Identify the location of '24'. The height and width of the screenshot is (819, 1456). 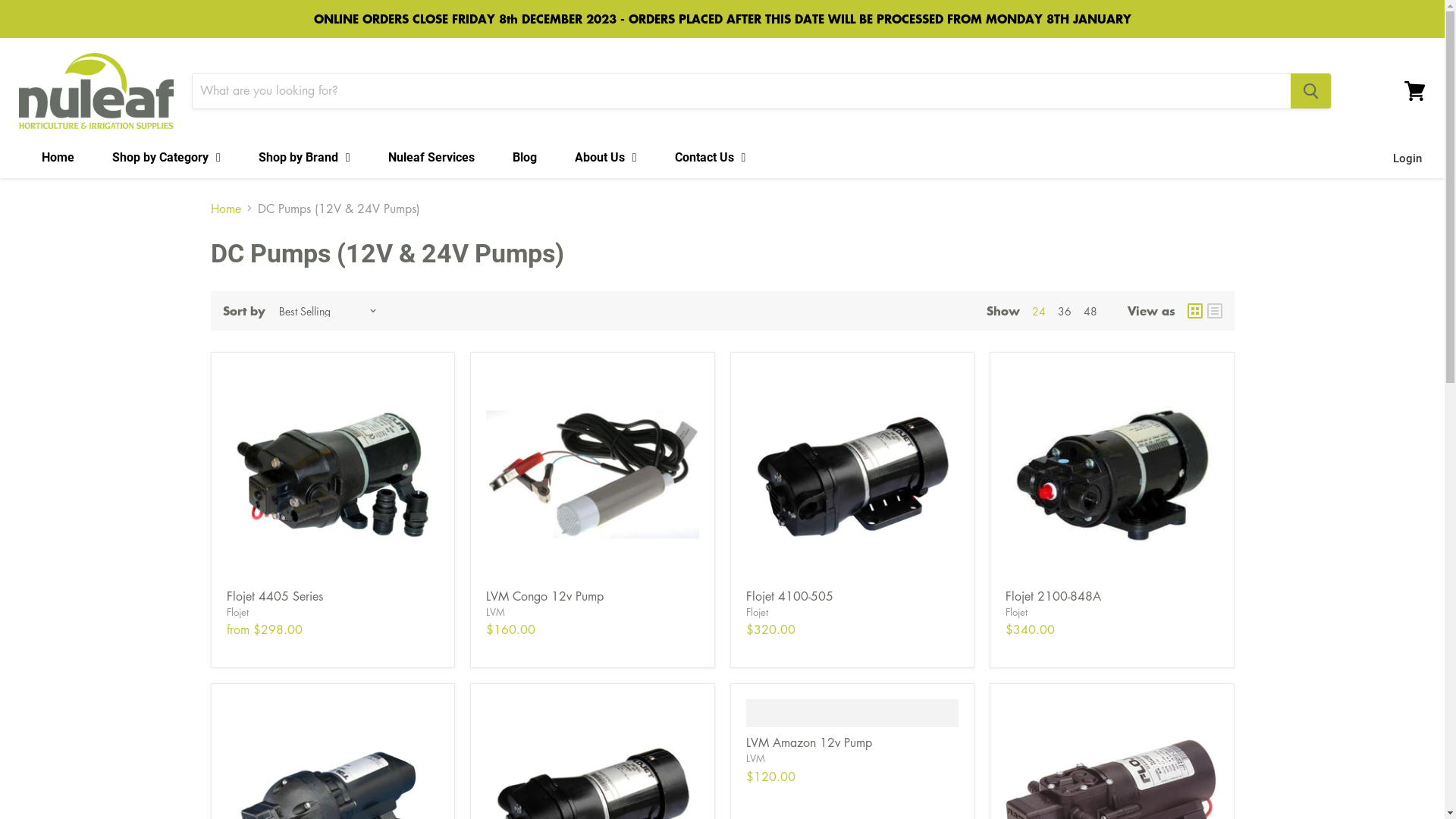
(1037, 309).